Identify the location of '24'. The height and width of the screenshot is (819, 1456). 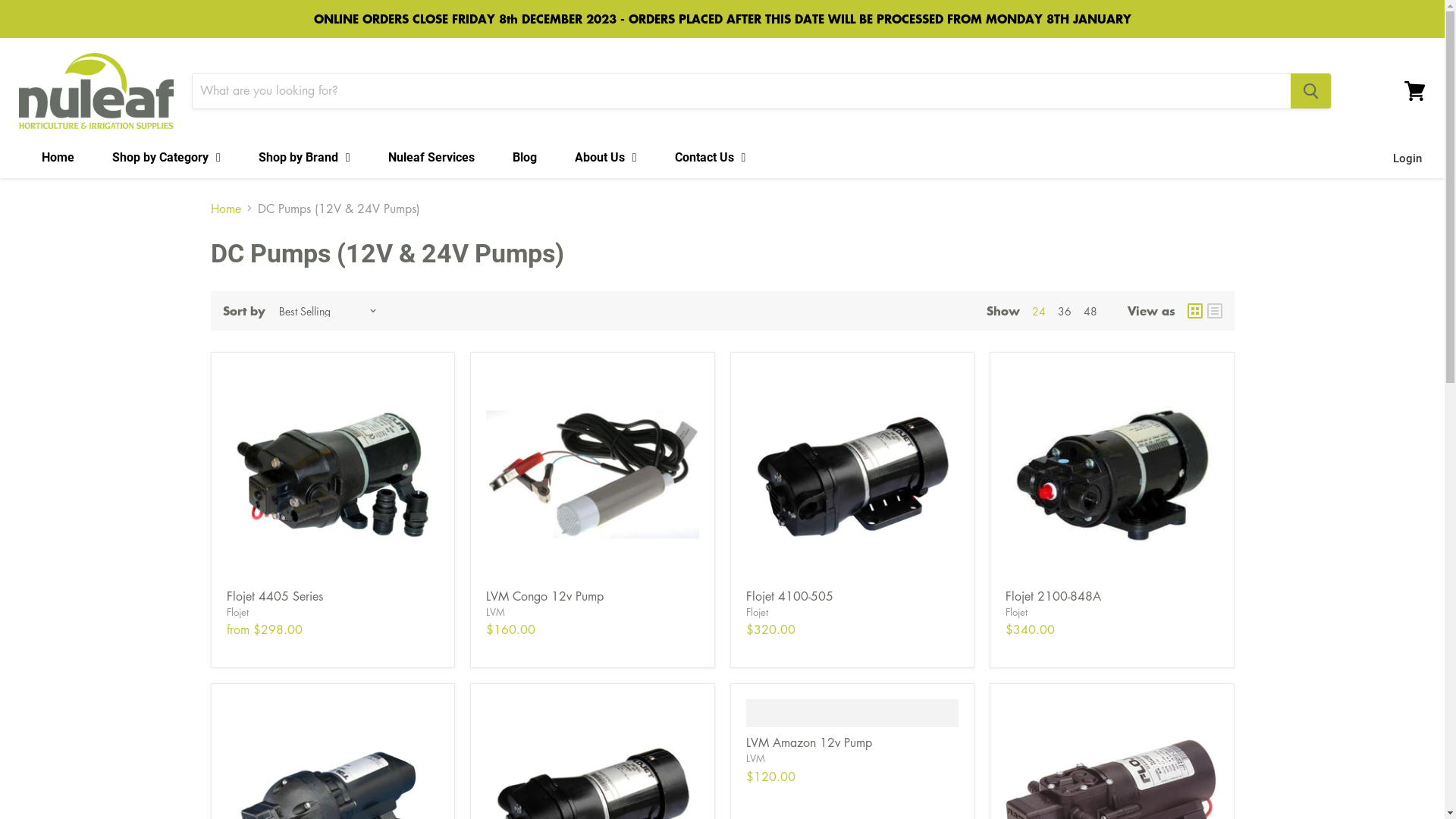
(1037, 309).